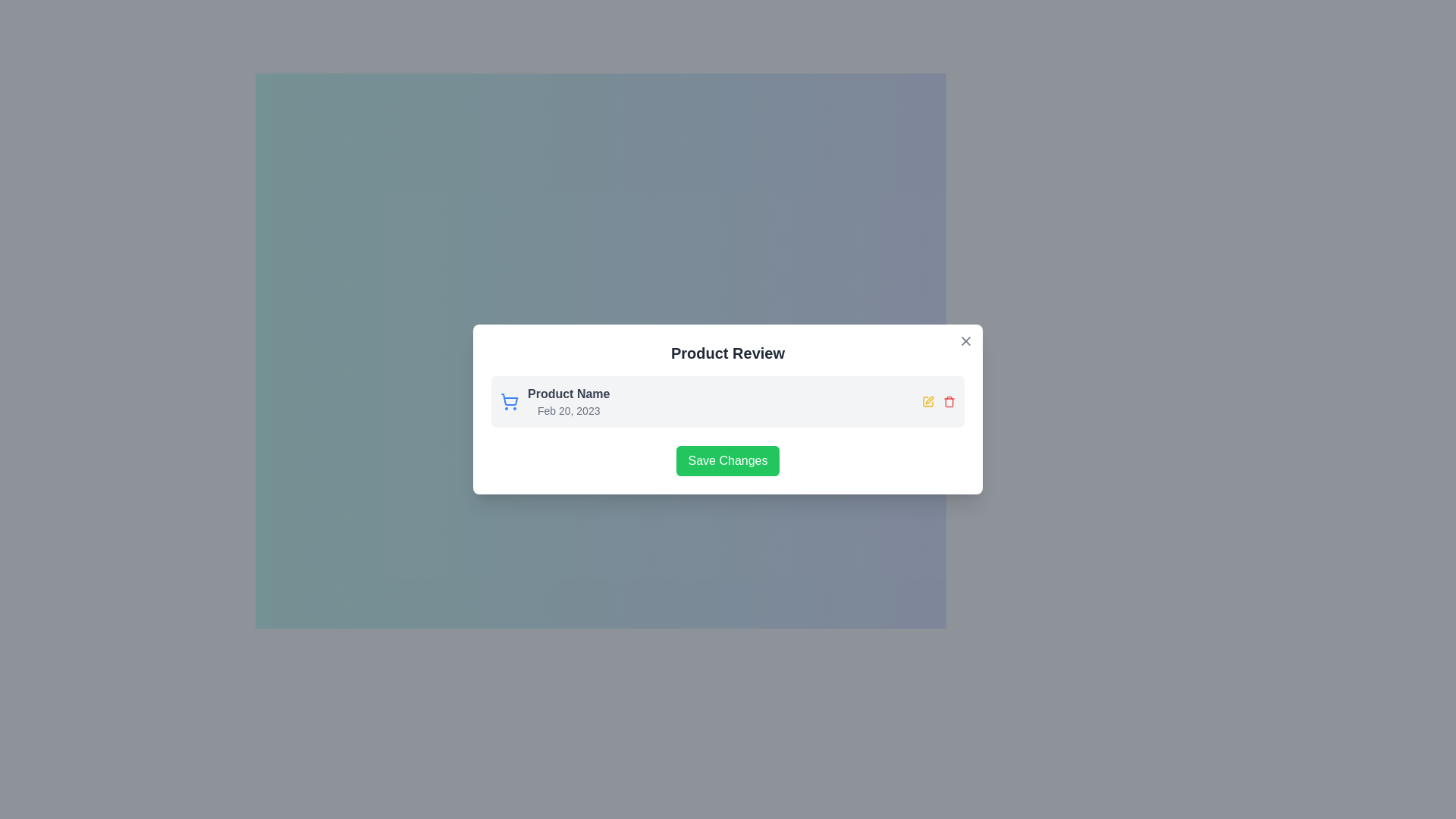 The width and height of the screenshot is (1456, 819). I want to click on text from the Text block displaying 'Product Name' in bold and 'Feb 20, 2023' in smaller gray font, located in the upper-left portion of a rounded gray background box, so click(568, 400).